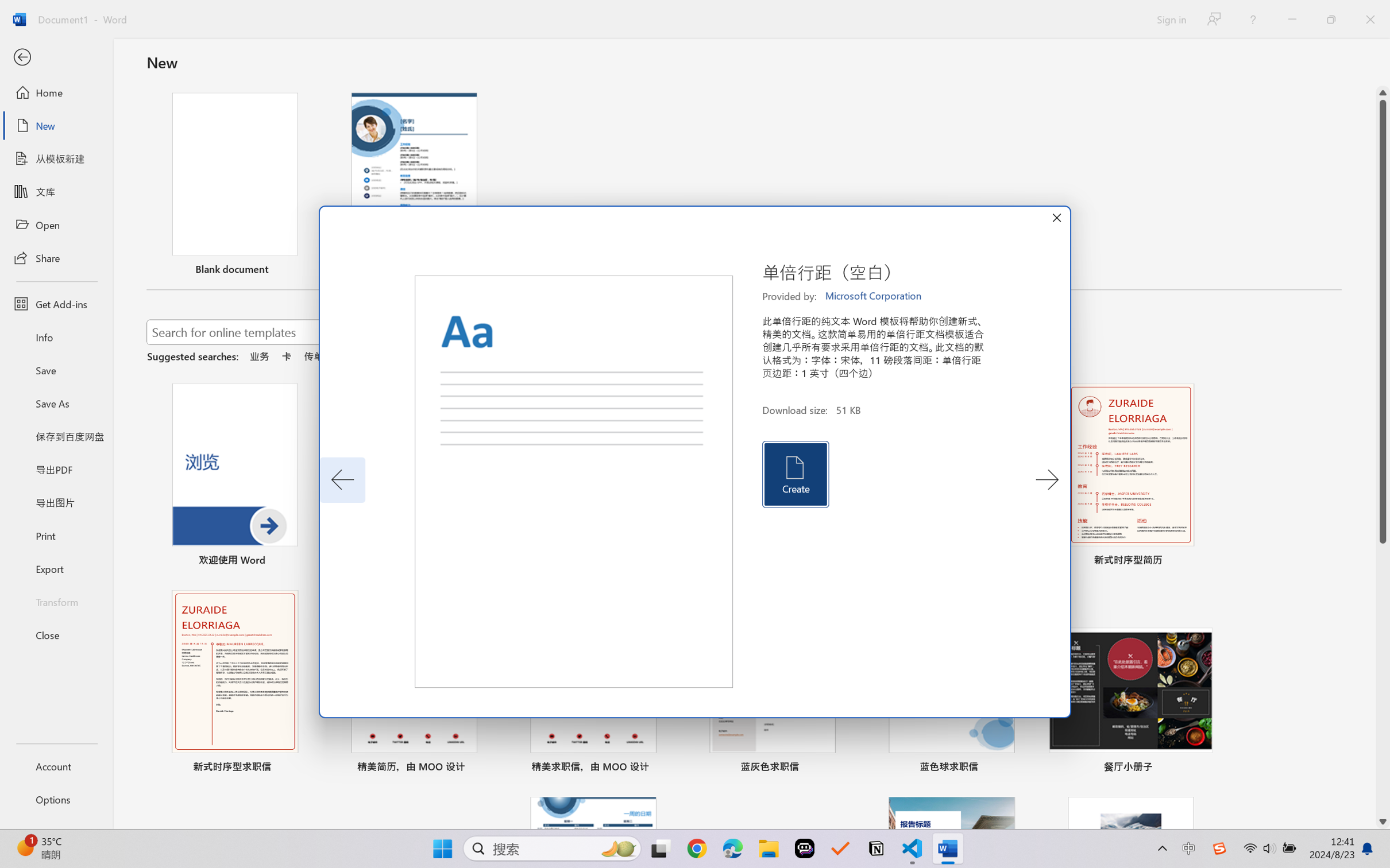 This screenshot has height=868, width=1390. I want to click on 'Page down', so click(1383, 679).